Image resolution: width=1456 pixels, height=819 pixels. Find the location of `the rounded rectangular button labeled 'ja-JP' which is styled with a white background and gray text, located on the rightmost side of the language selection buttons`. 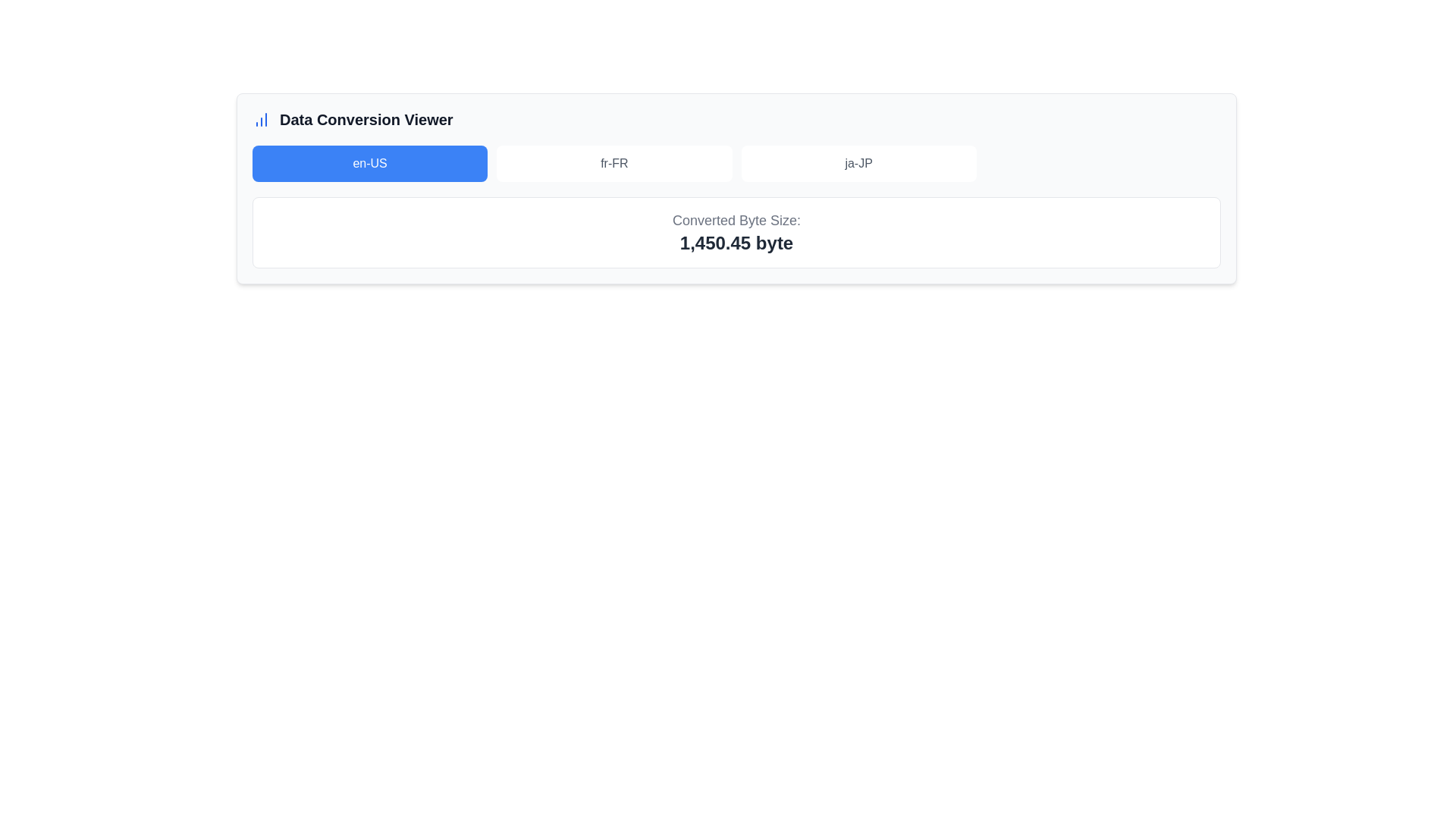

the rounded rectangular button labeled 'ja-JP' which is styled with a white background and gray text, located on the rightmost side of the language selection buttons is located at coordinates (858, 164).